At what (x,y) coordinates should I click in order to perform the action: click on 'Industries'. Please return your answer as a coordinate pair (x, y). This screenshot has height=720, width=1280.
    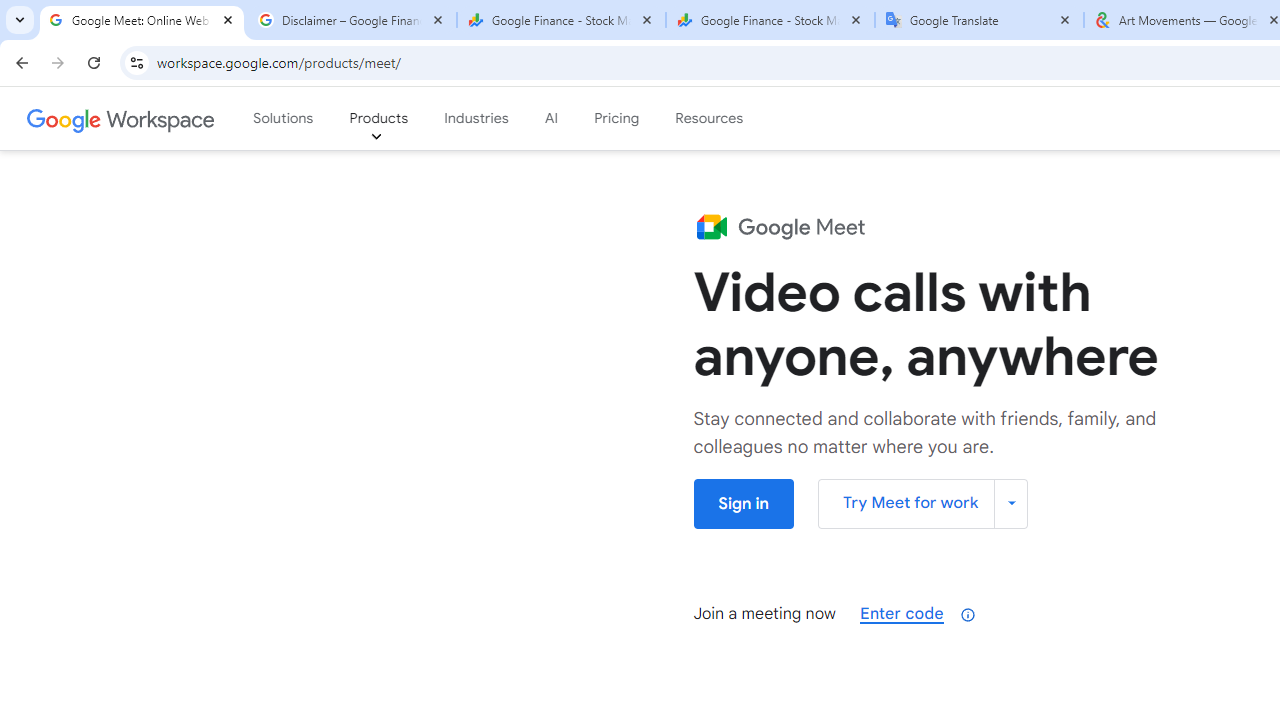
    Looking at the image, I should click on (475, 119).